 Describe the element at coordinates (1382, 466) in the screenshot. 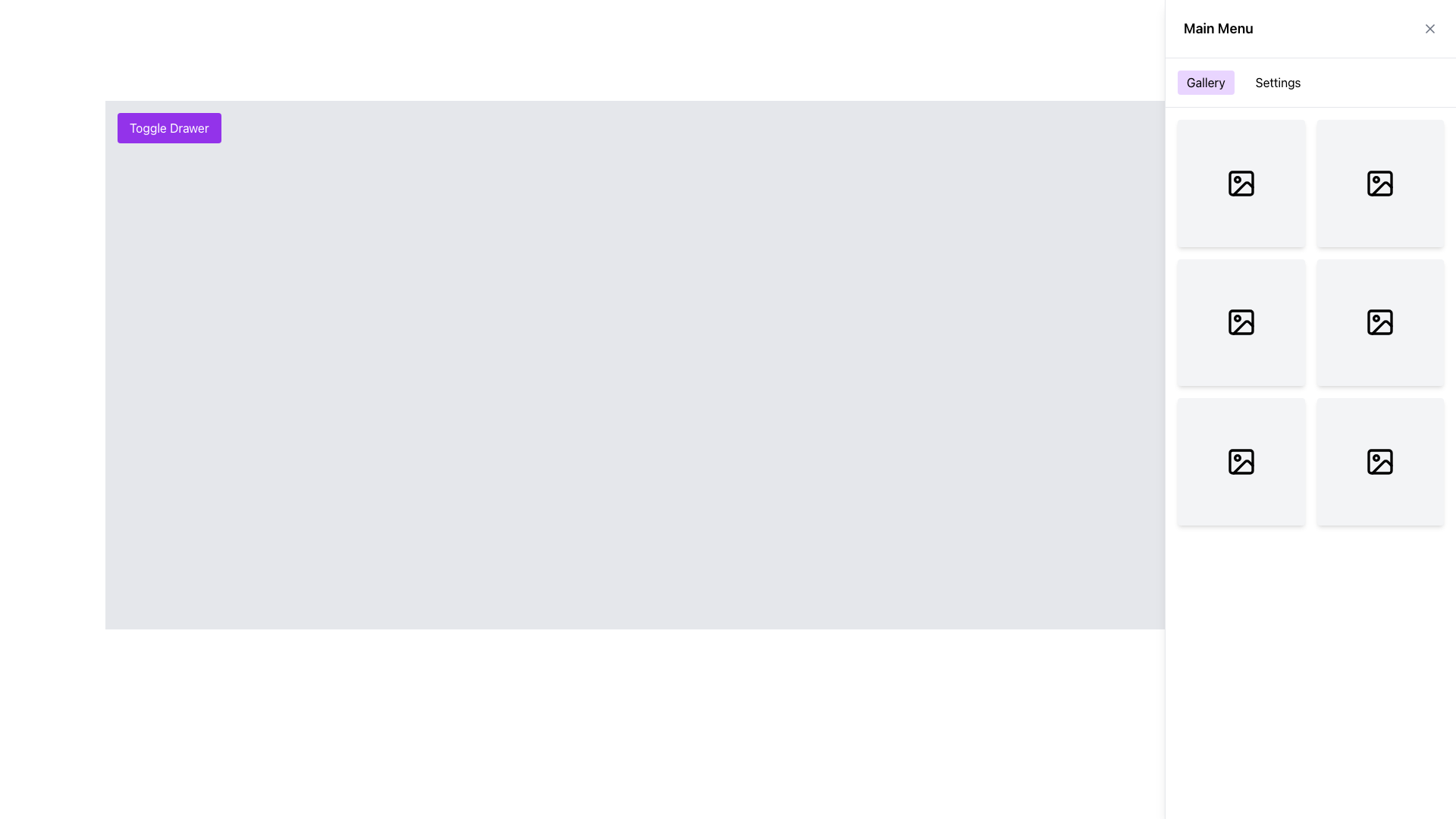

I see `the vector graphic icon located in the bottom-right corner of a grid, specifically the third icon in the second row` at that location.